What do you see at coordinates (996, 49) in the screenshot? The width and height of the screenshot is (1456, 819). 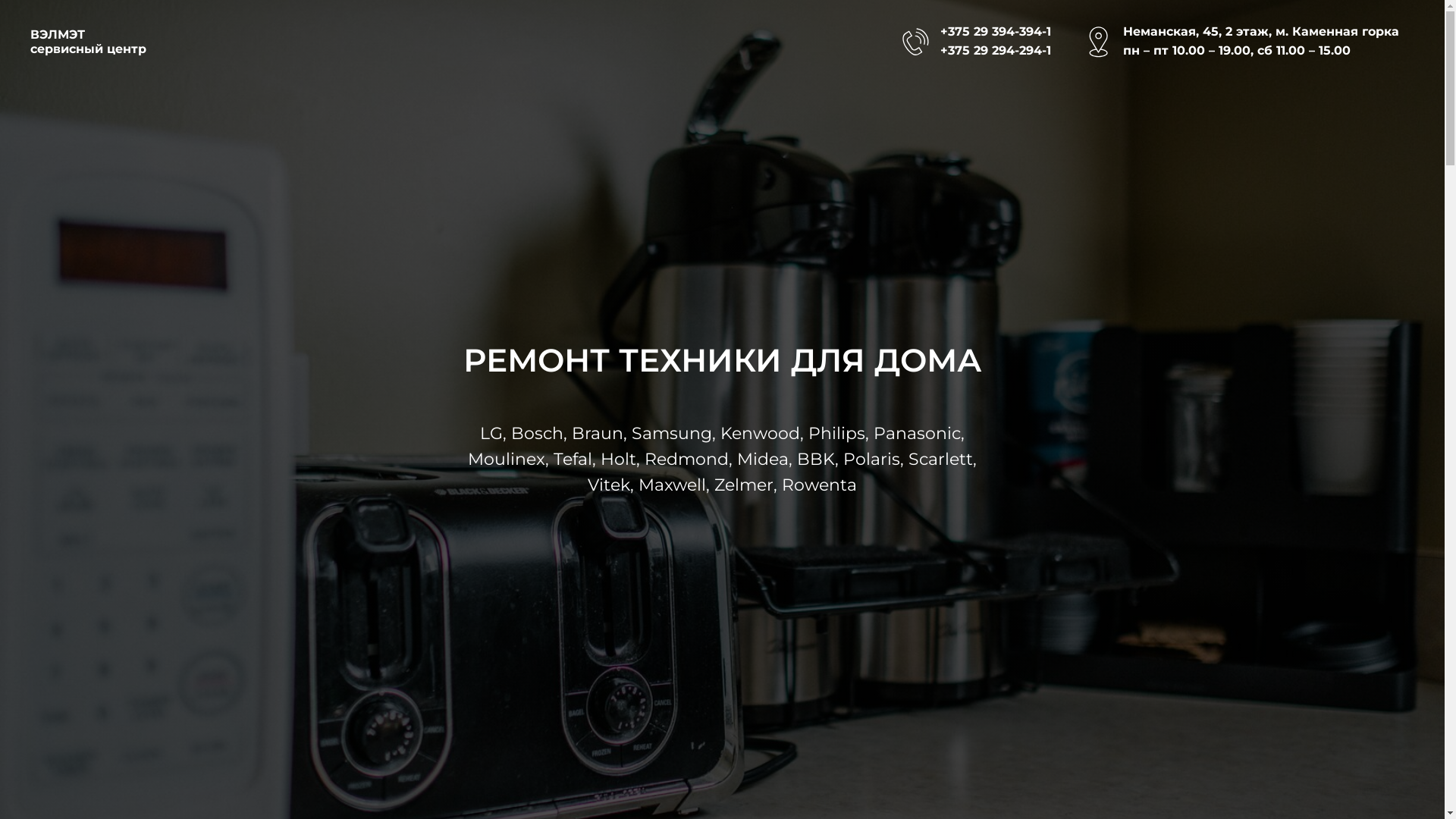 I see `'+375 29 294-294-1'` at bounding box center [996, 49].